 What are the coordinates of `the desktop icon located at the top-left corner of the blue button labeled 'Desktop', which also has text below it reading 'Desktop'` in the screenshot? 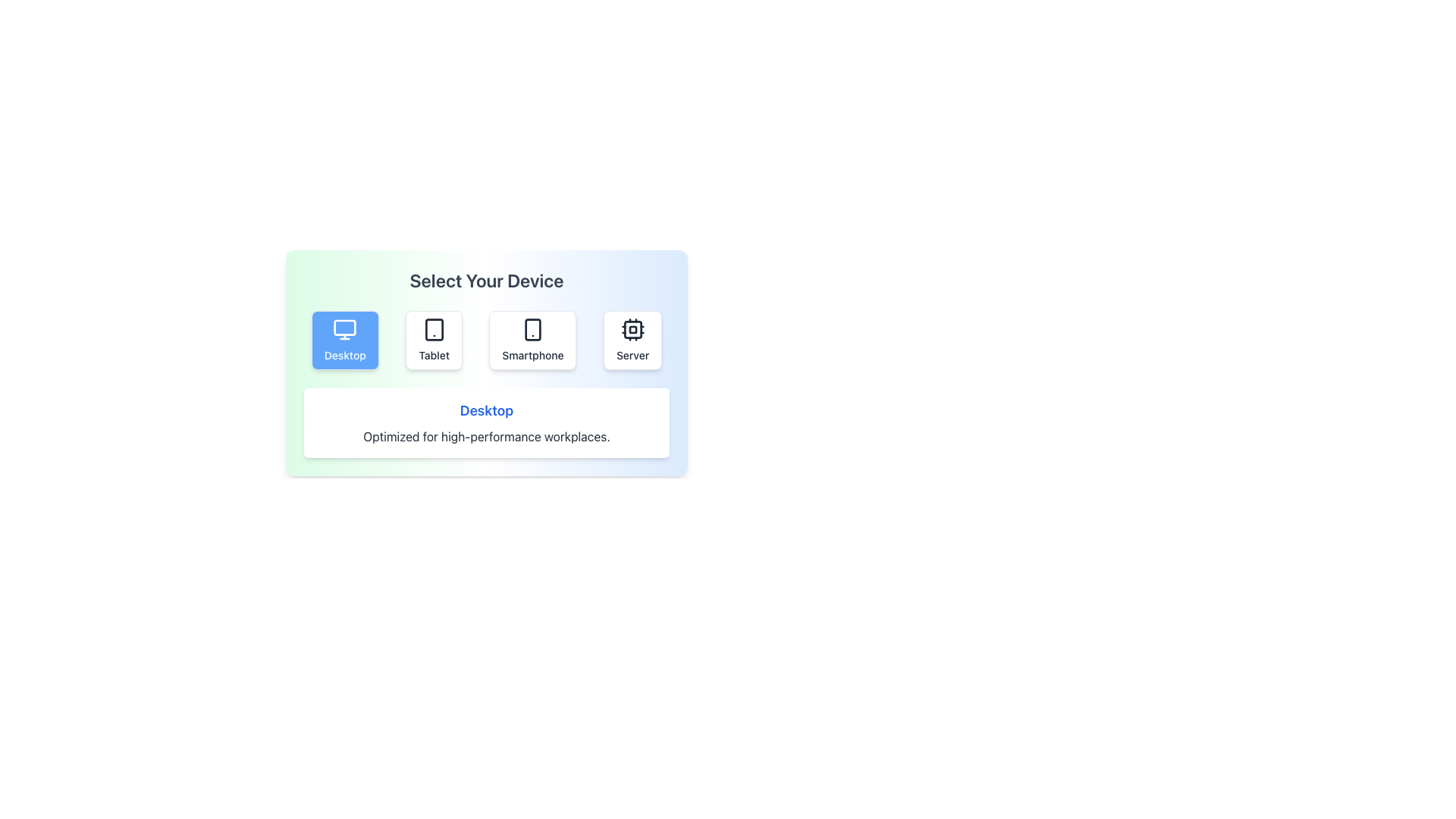 It's located at (344, 329).